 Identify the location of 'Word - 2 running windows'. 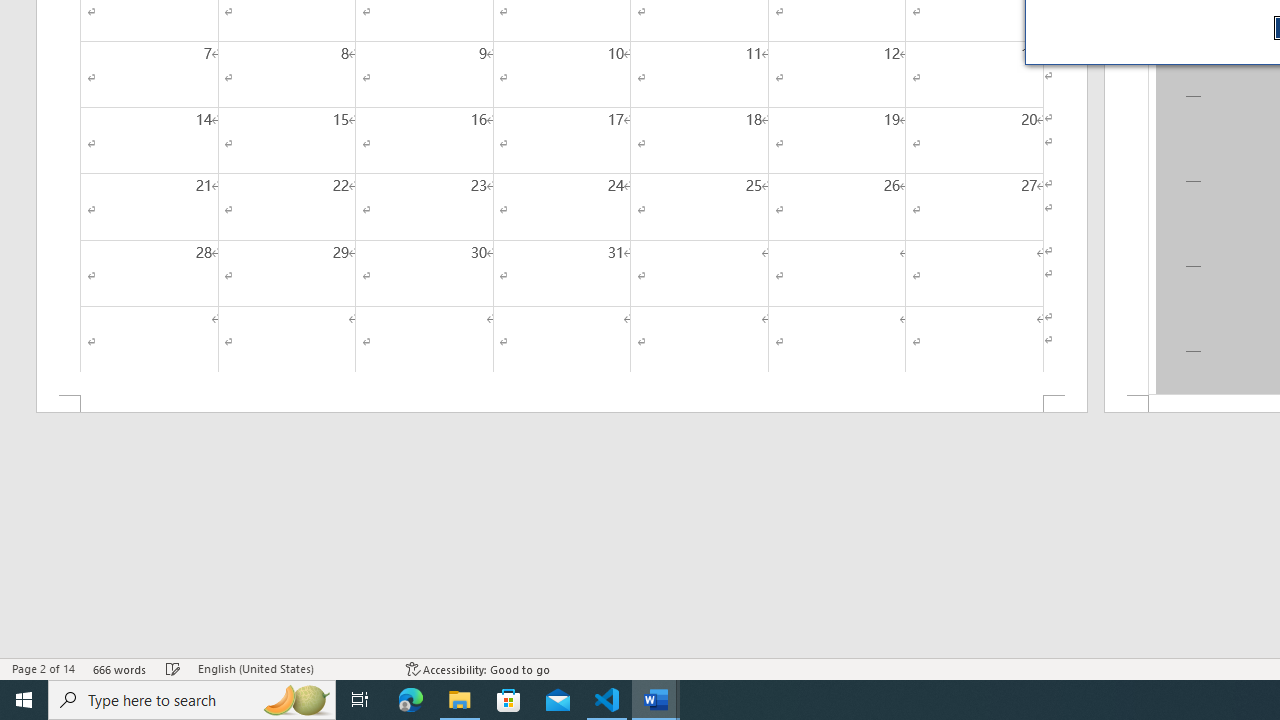
(656, 698).